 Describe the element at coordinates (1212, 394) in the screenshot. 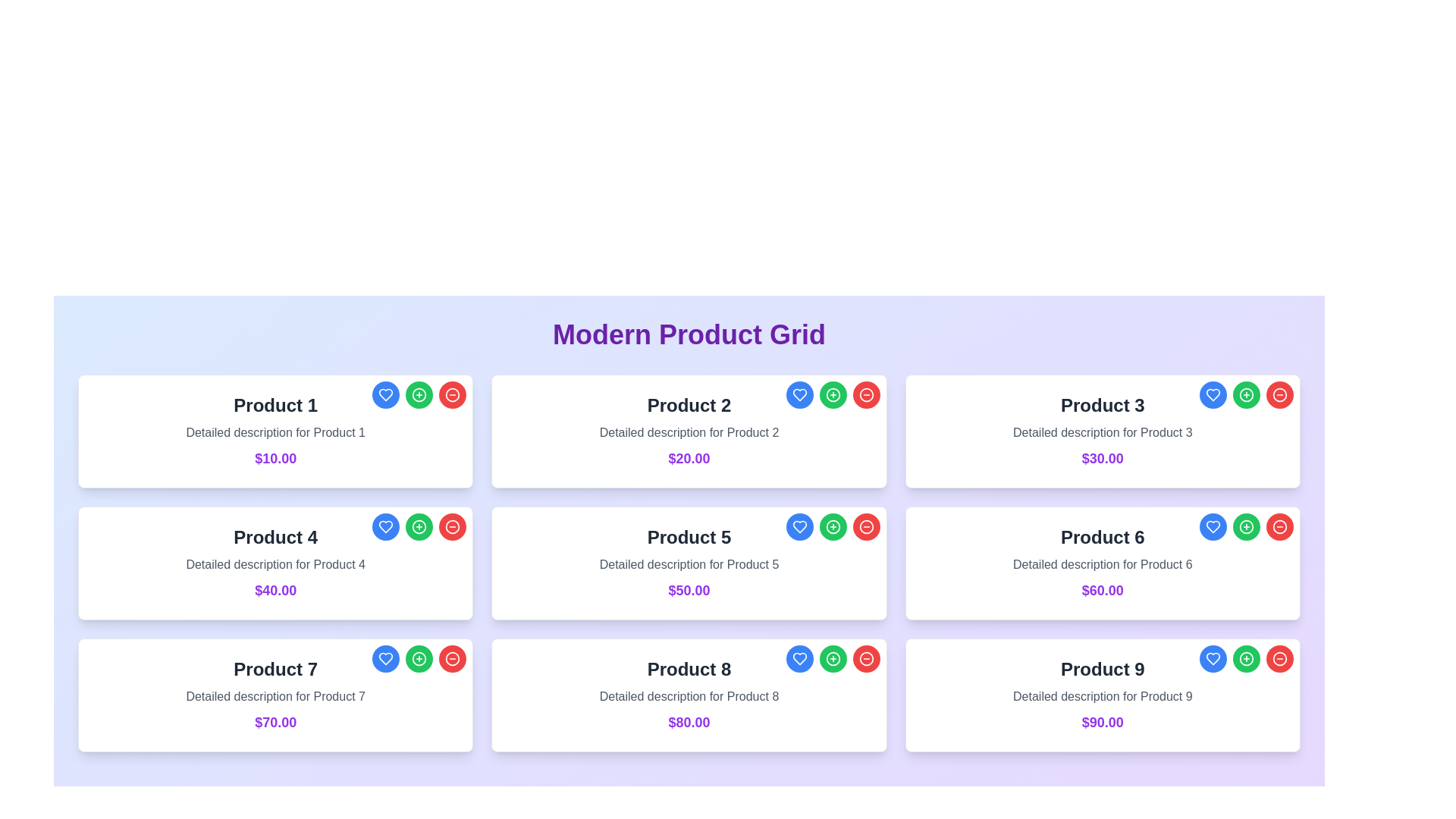

I see `the 'like' icon located in the top-right corner of the 'Product 3' card` at that location.